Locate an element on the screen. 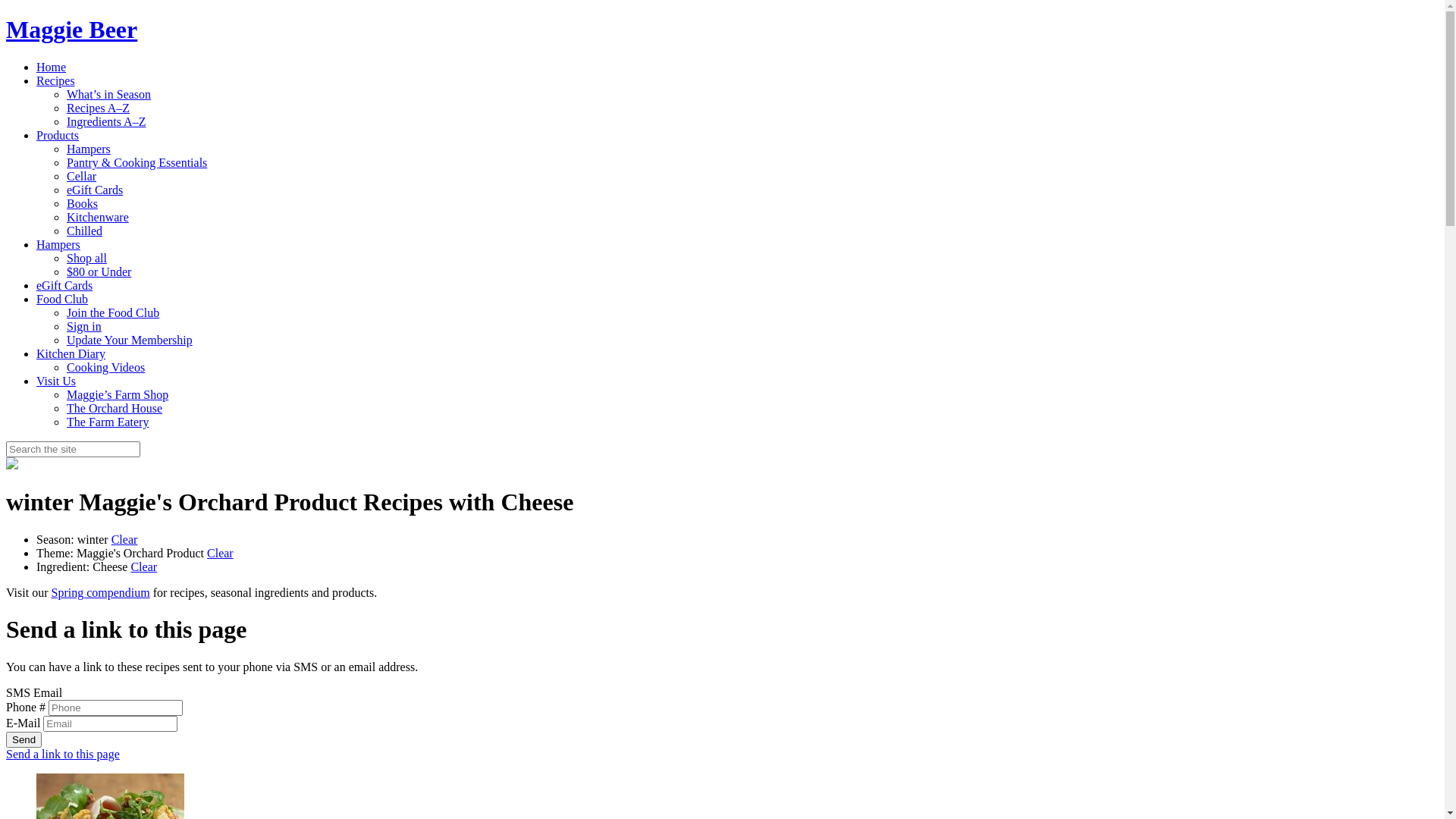 This screenshot has height=819, width=1456. 'eGift Cards' is located at coordinates (64, 285).